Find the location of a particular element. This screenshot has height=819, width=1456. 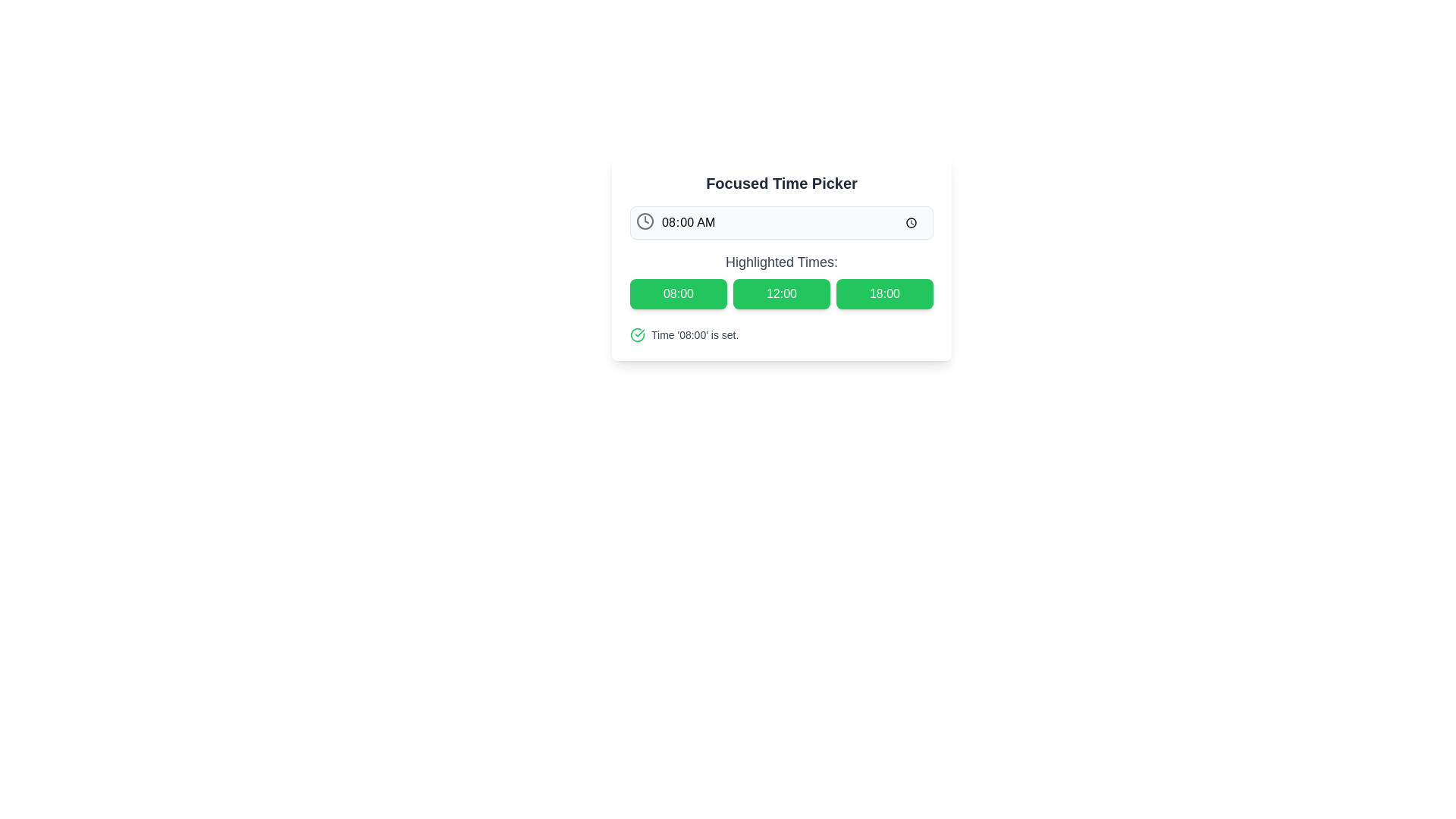

the green rectangular button labeled '12:00' located centrally under the heading 'Highlighted Times:' is located at coordinates (782, 294).